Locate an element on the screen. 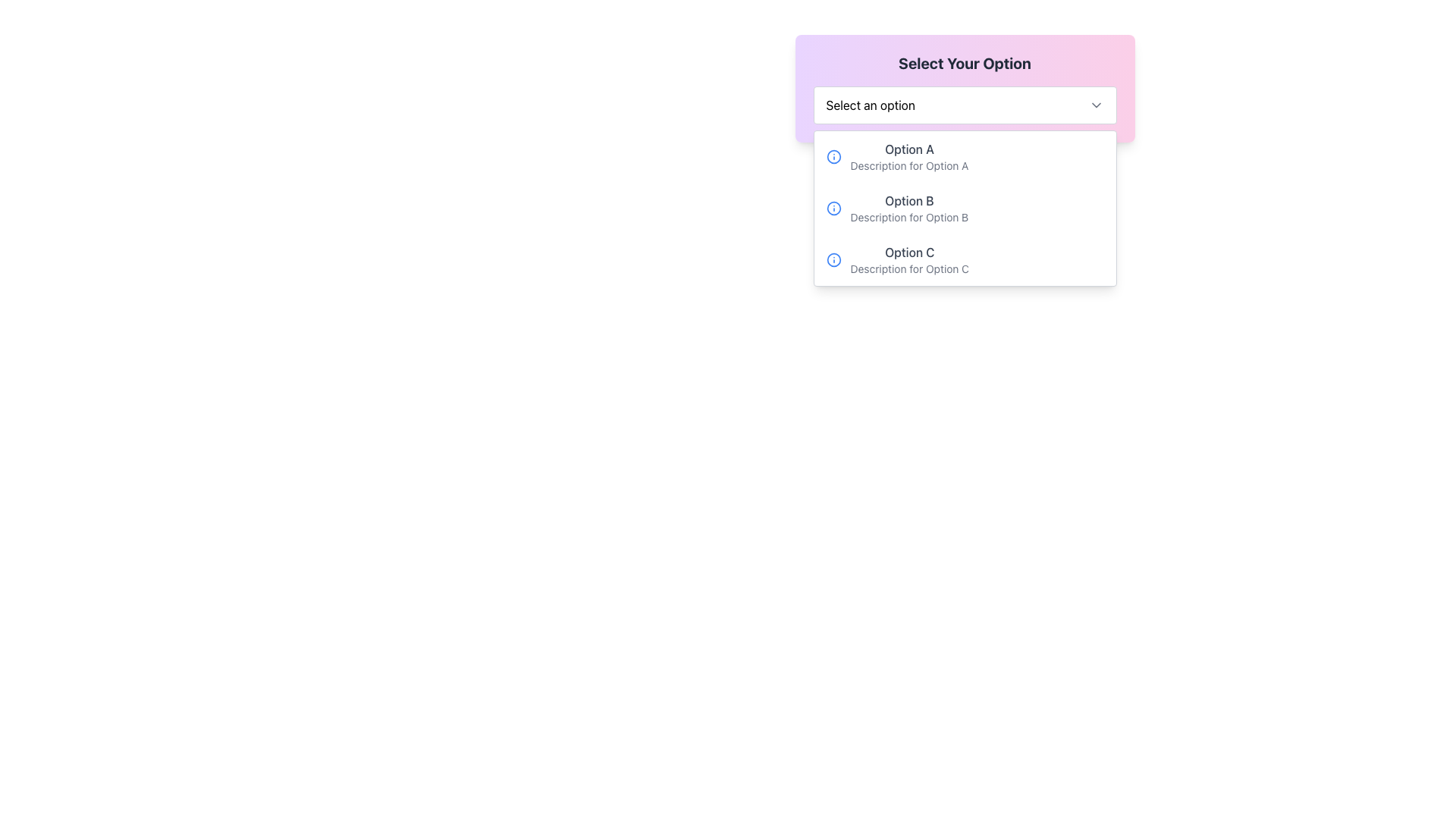 Image resolution: width=1456 pixels, height=819 pixels. text label displaying 'Description for Option A' located below the bold label 'Option A' in the dropdown menu interface is located at coordinates (909, 166).